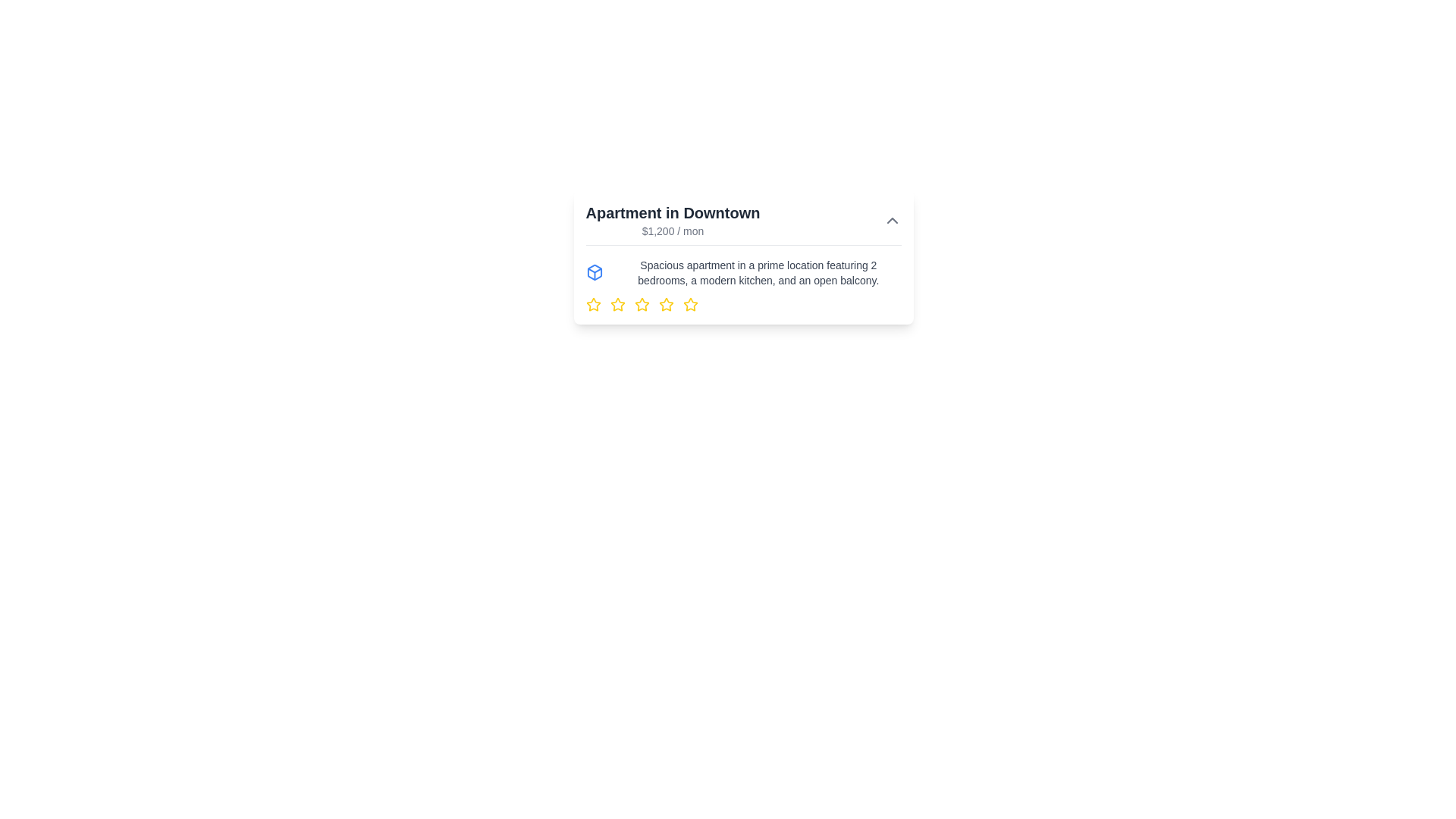 The width and height of the screenshot is (1456, 819). Describe the element at coordinates (743, 271) in the screenshot. I see `Text and Icon Group element that is visually styled with a blue box-like icon on the left and a detailed text description on the right, positioned below the title of the property listing` at that location.